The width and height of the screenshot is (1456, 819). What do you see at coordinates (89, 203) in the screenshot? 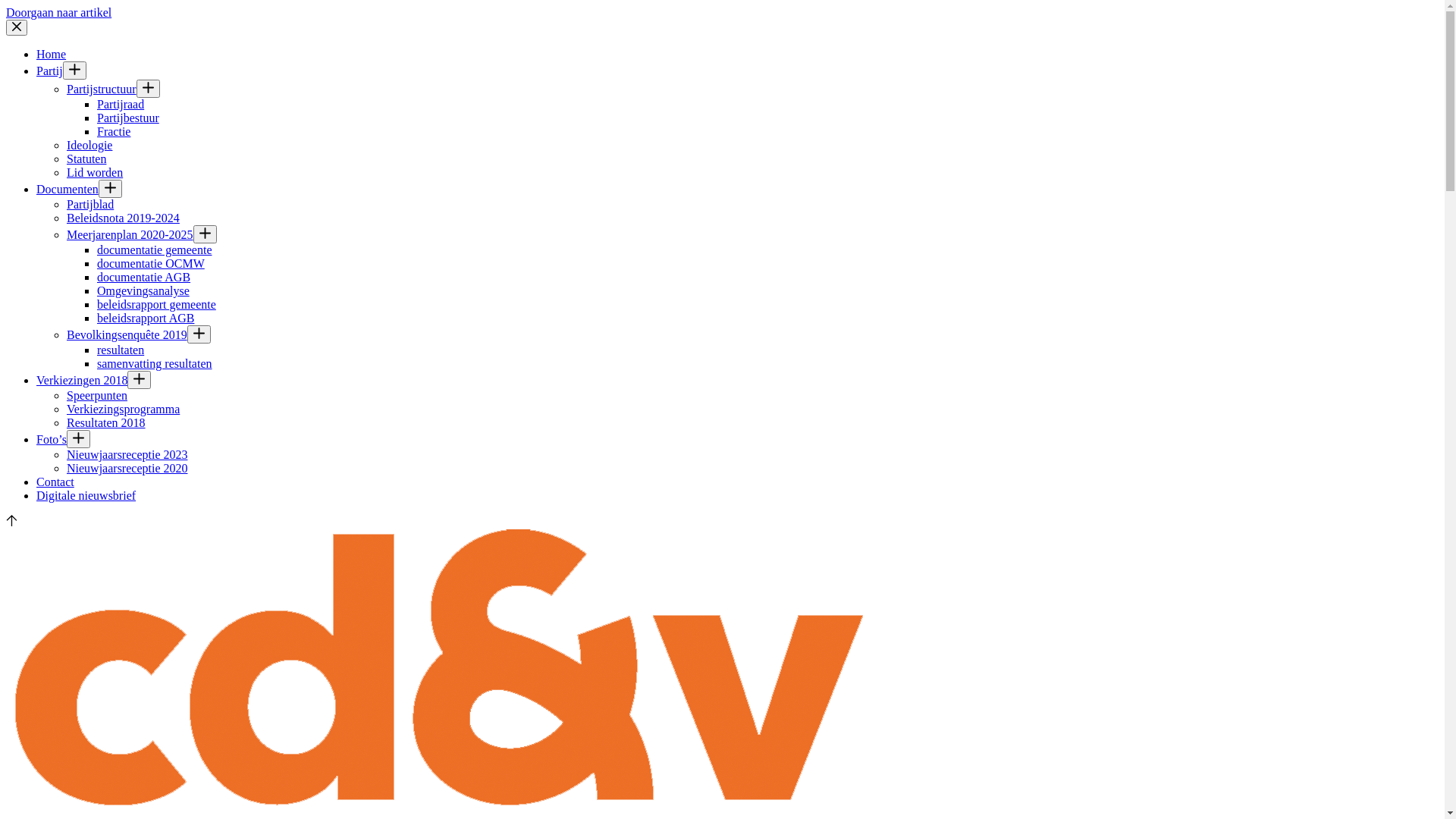
I see `'Partijblad'` at bounding box center [89, 203].